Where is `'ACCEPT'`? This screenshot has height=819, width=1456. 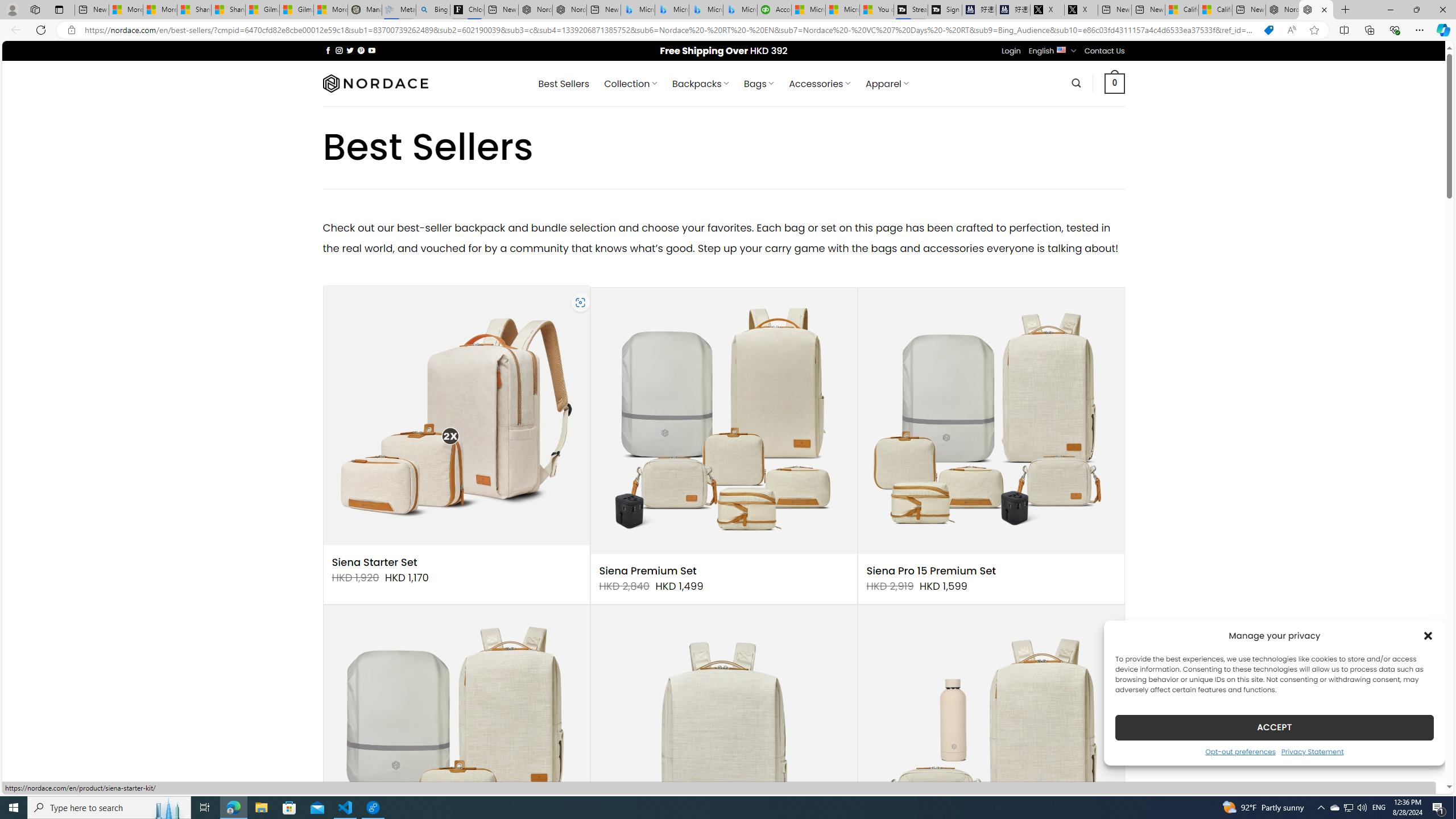 'ACCEPT' is located at coordinates (1275, 727).